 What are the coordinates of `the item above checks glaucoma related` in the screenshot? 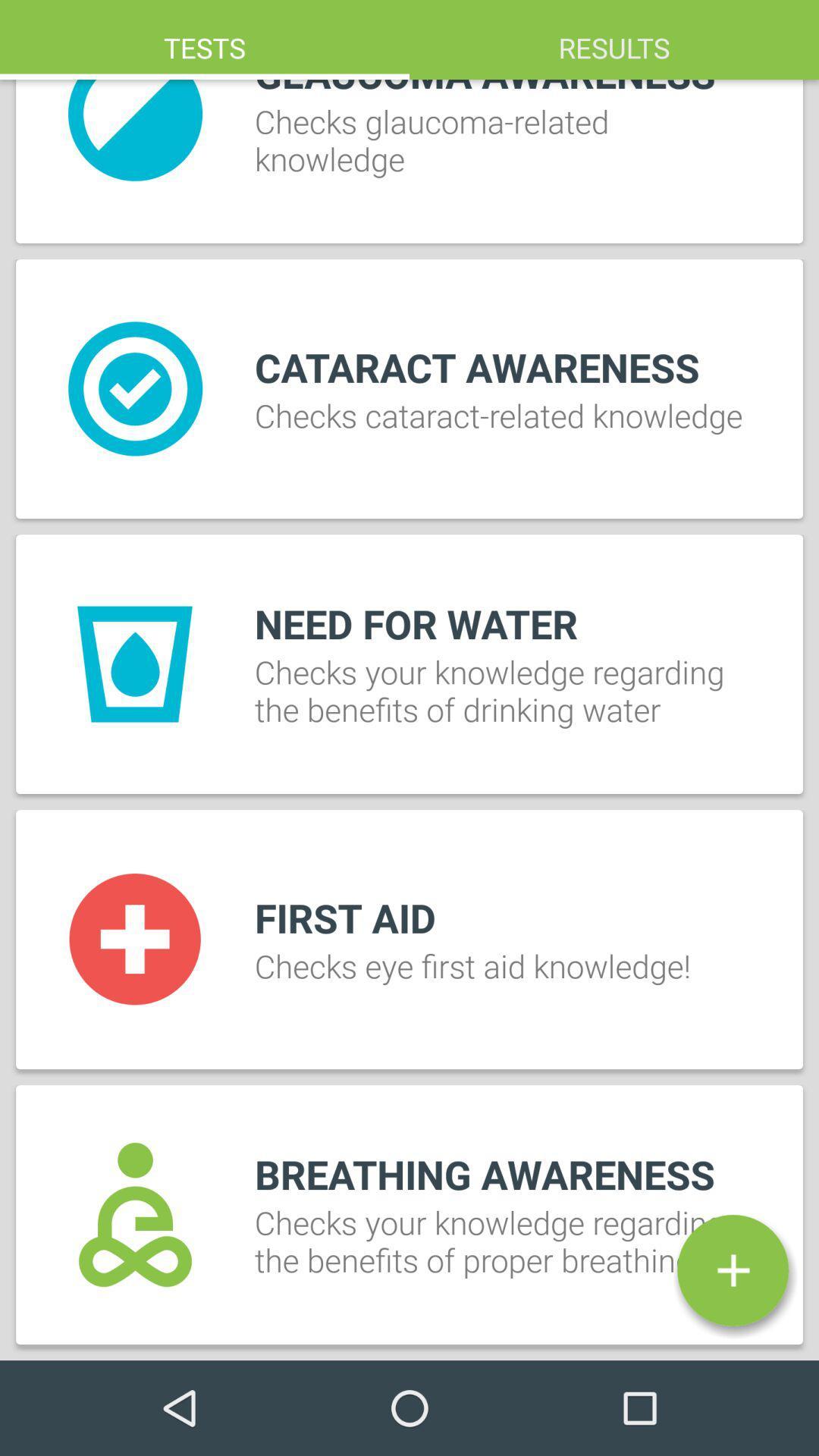 It's located at (205, 39).